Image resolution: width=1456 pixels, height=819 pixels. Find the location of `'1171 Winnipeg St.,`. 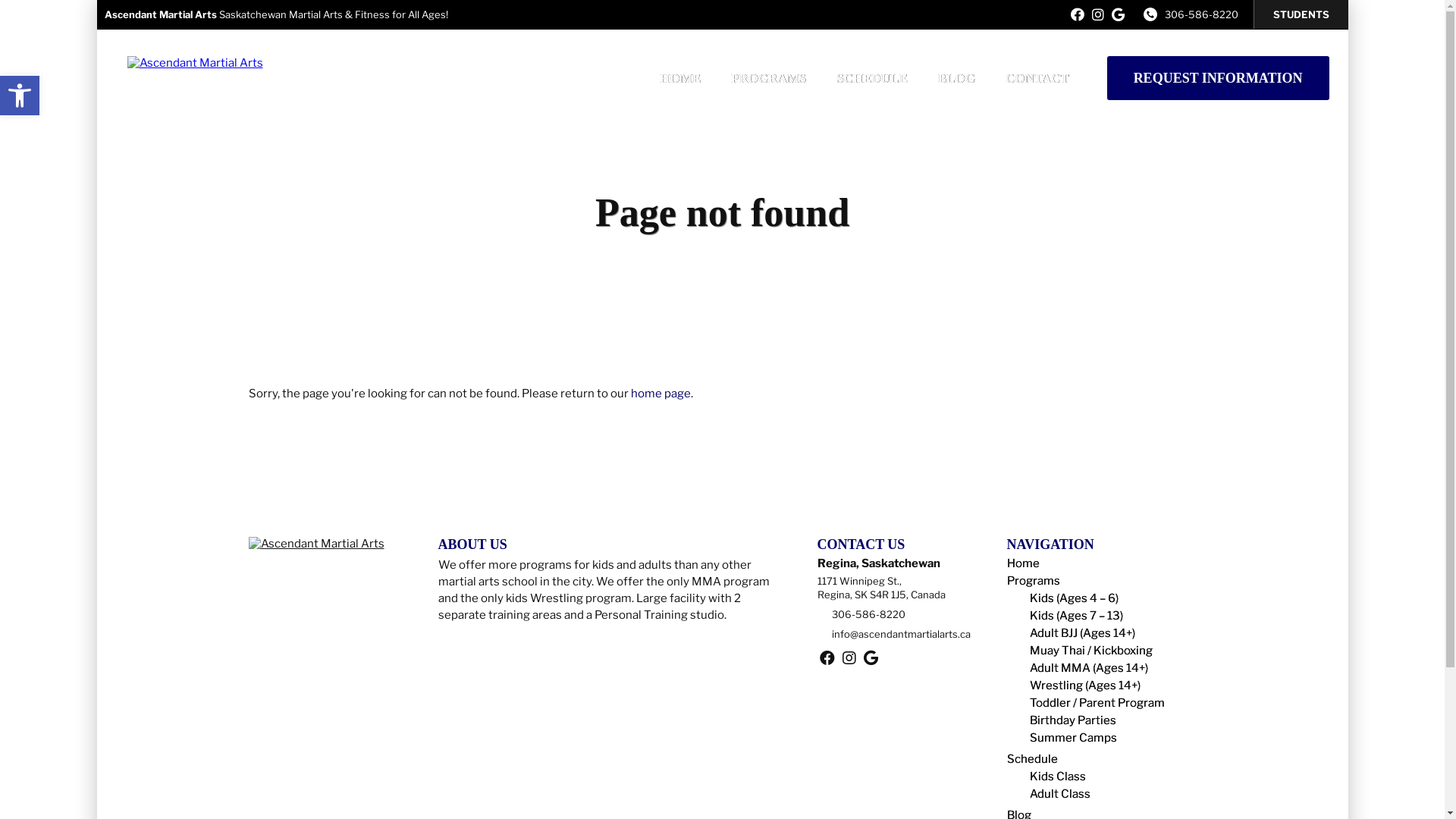

'1171 Winnipeg St., is located at coordinates (881, 587).